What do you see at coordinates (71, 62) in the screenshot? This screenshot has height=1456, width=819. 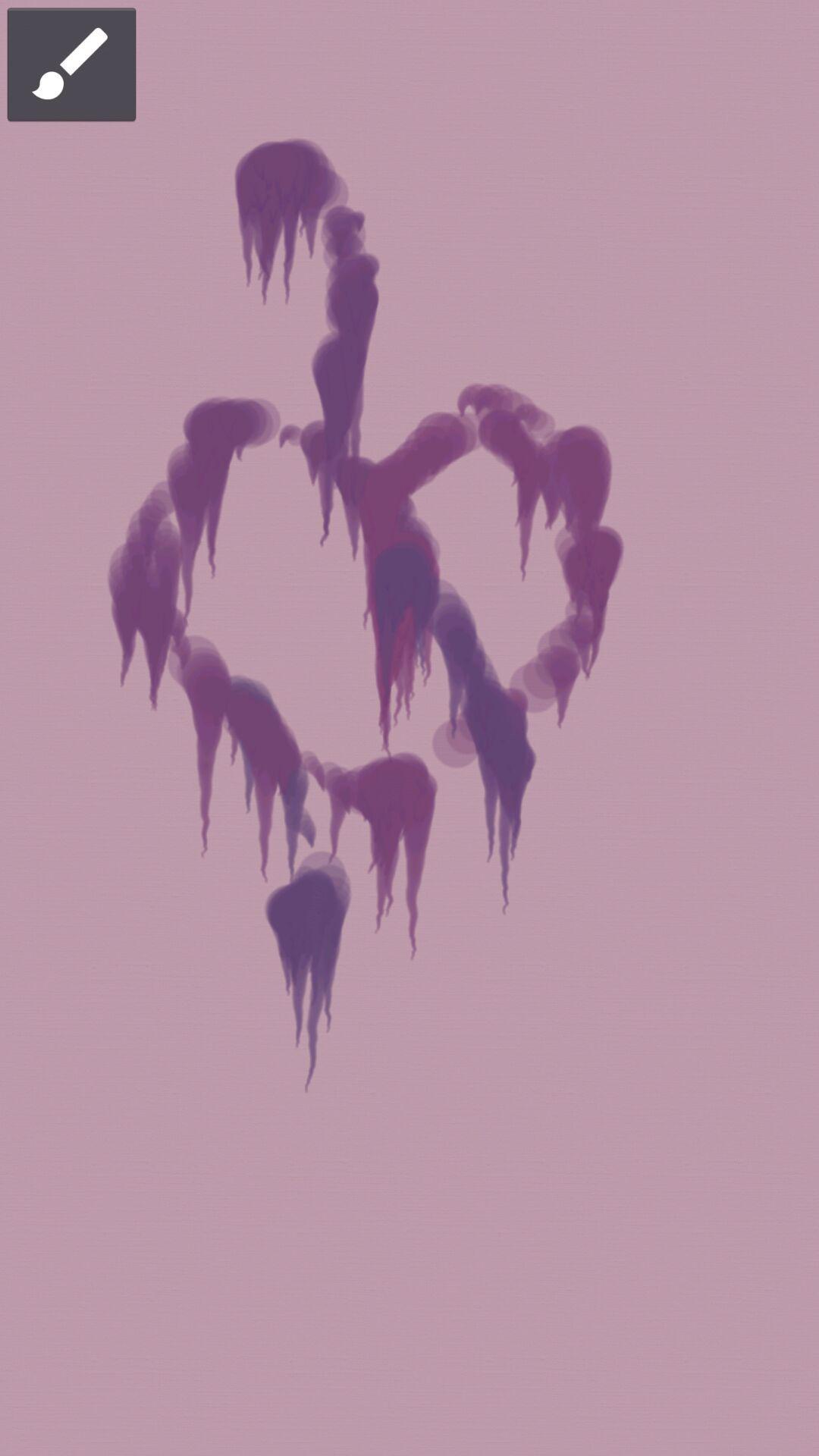 I see `the edit icon` at bounding box center [71, 62].